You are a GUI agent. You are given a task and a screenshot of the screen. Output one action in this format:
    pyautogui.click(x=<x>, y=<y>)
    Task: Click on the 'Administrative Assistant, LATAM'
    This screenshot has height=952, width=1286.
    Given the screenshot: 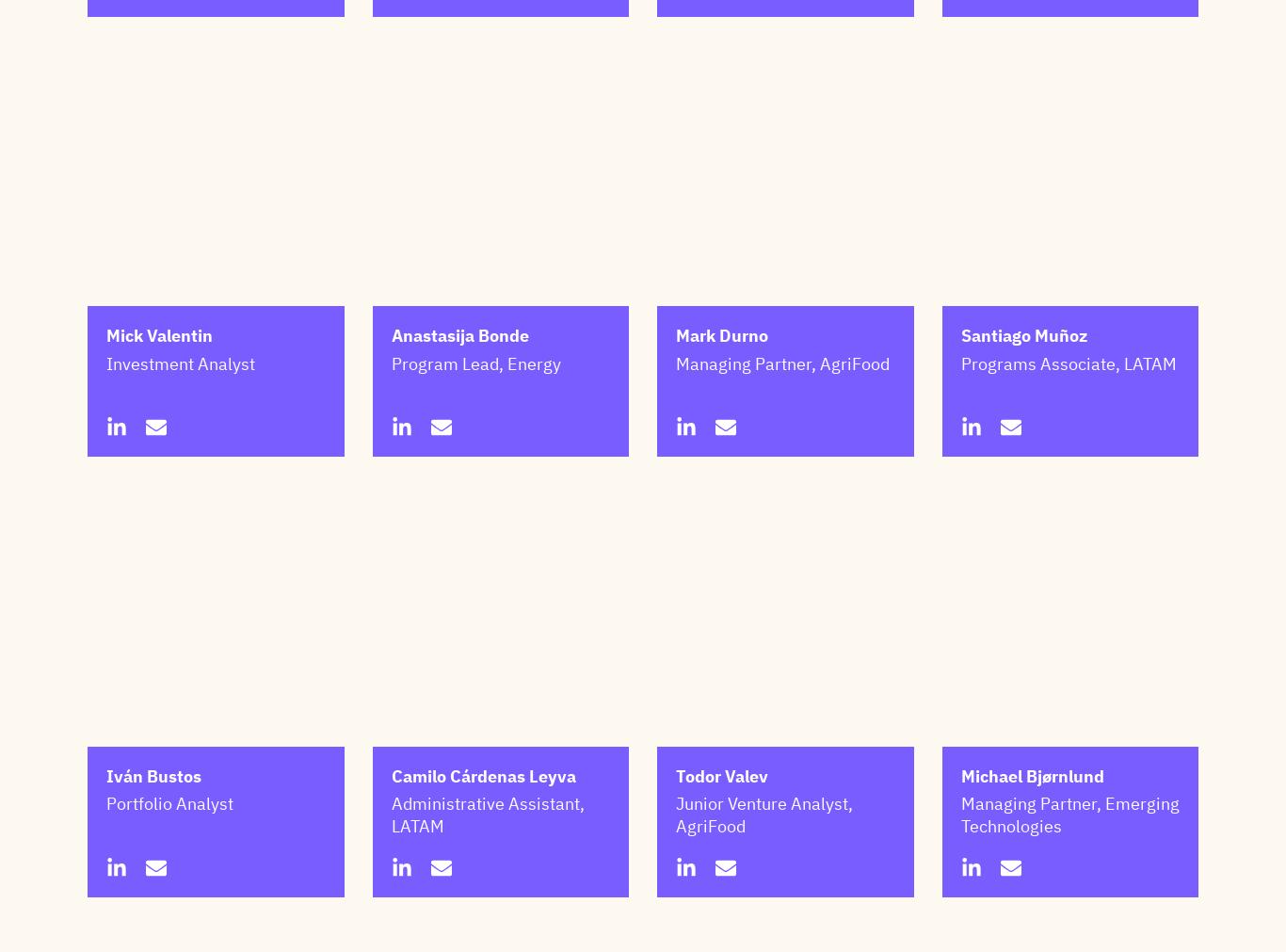 What is the action you would take?
    pyautogui.click(x=487, y=908)
    